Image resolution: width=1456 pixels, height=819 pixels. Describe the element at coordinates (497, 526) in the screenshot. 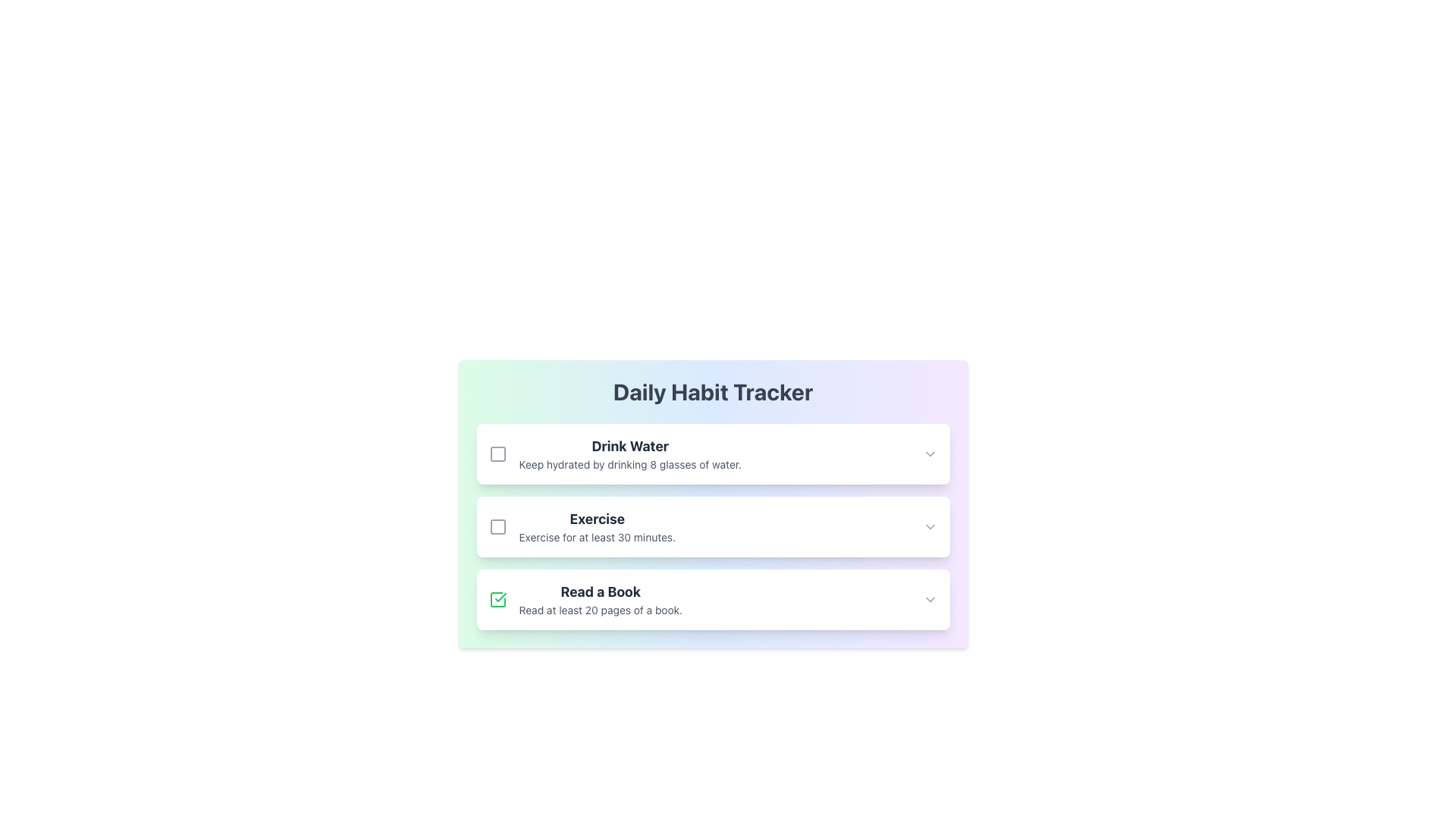

I see `the checkbox located in the 'Exercise' segment, which is the leftmost element in the second row of a vertical list` at that location.